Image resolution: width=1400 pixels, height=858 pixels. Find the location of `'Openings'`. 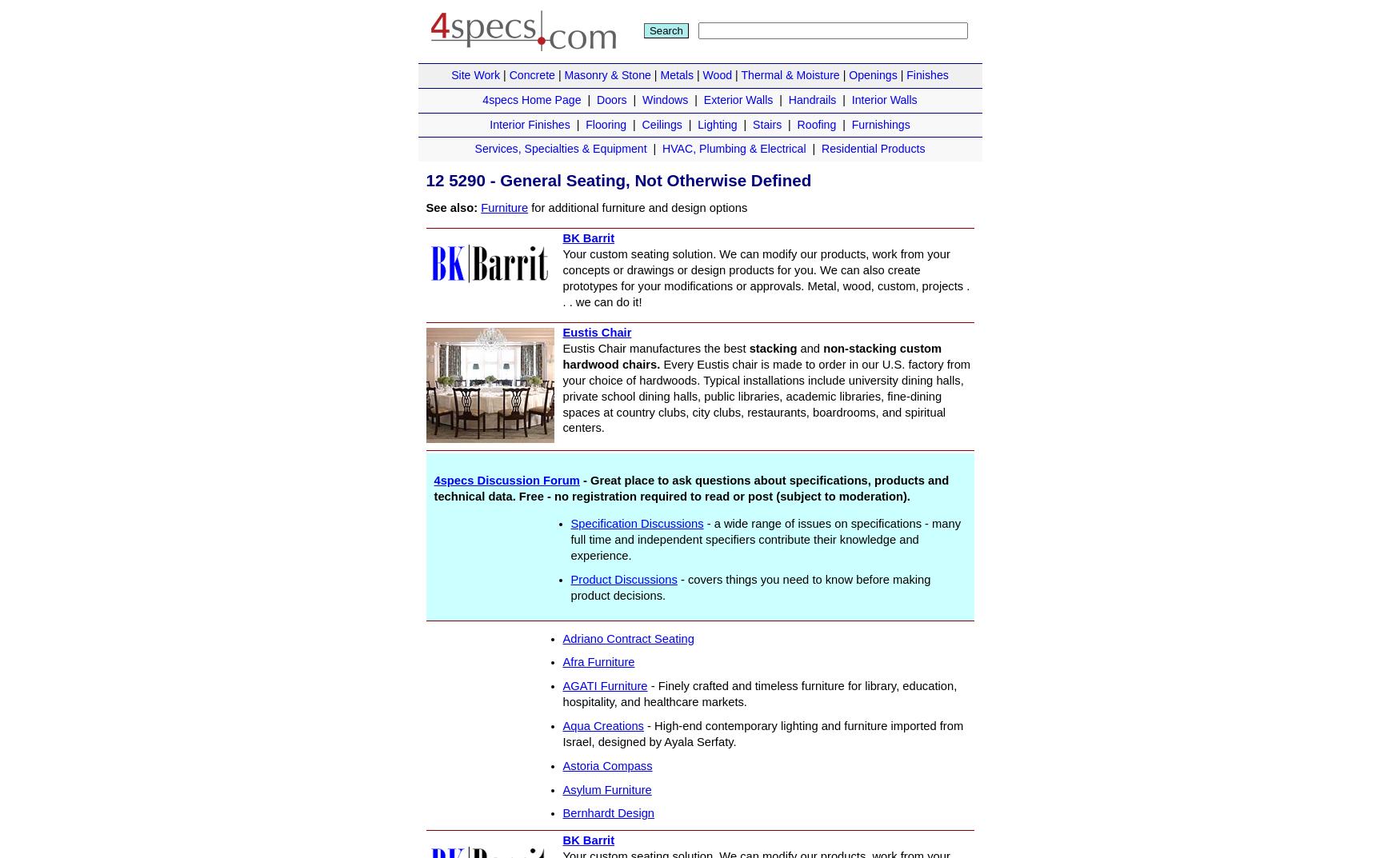

'Openings' is located at coordinates (848, 74).